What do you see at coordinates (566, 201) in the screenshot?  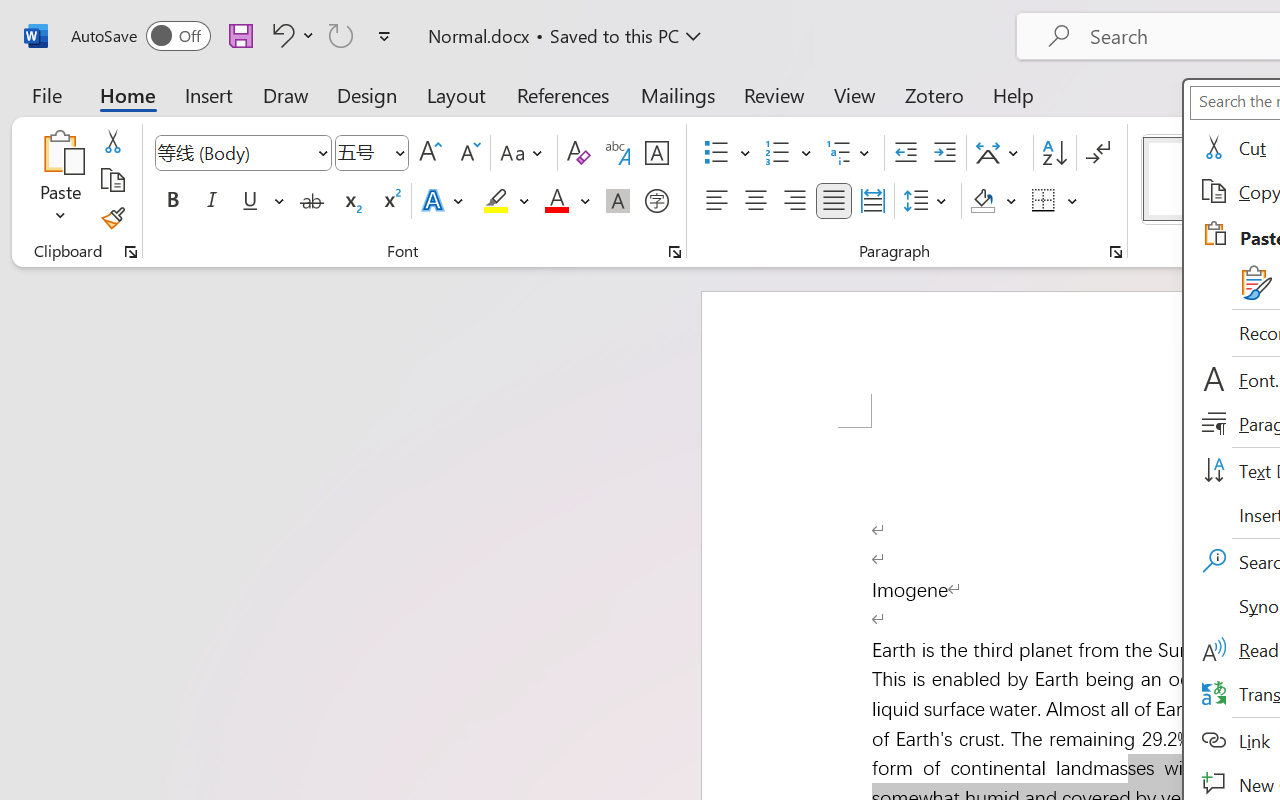 I see `'Font Color'` at bounding box center [566, 201].